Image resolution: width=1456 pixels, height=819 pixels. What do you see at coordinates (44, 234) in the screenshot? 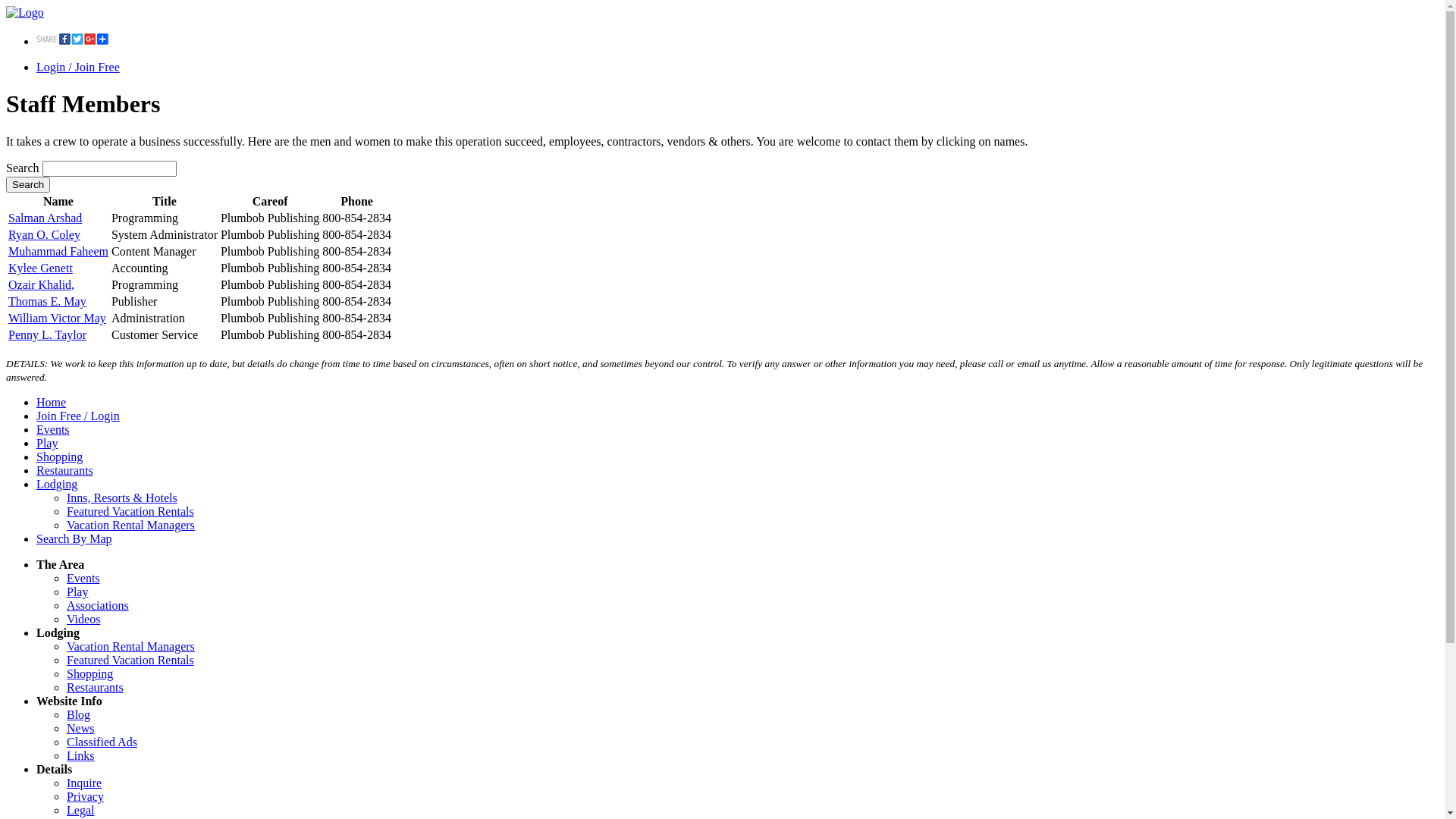
I see `'Ryan O. Coley'` at bounding box center [44, 234].